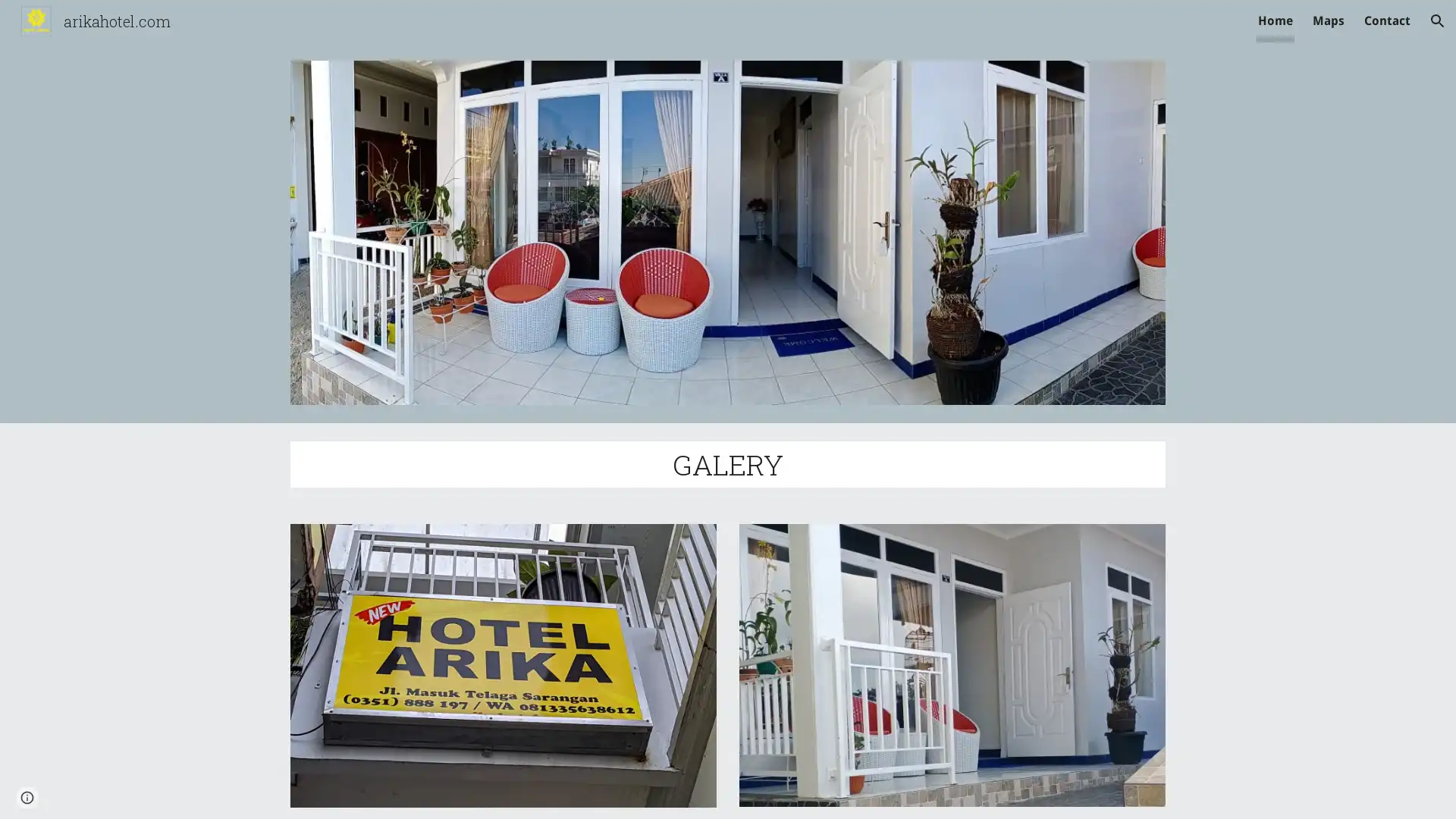  I want to click on Site actions, so click(27, 792).